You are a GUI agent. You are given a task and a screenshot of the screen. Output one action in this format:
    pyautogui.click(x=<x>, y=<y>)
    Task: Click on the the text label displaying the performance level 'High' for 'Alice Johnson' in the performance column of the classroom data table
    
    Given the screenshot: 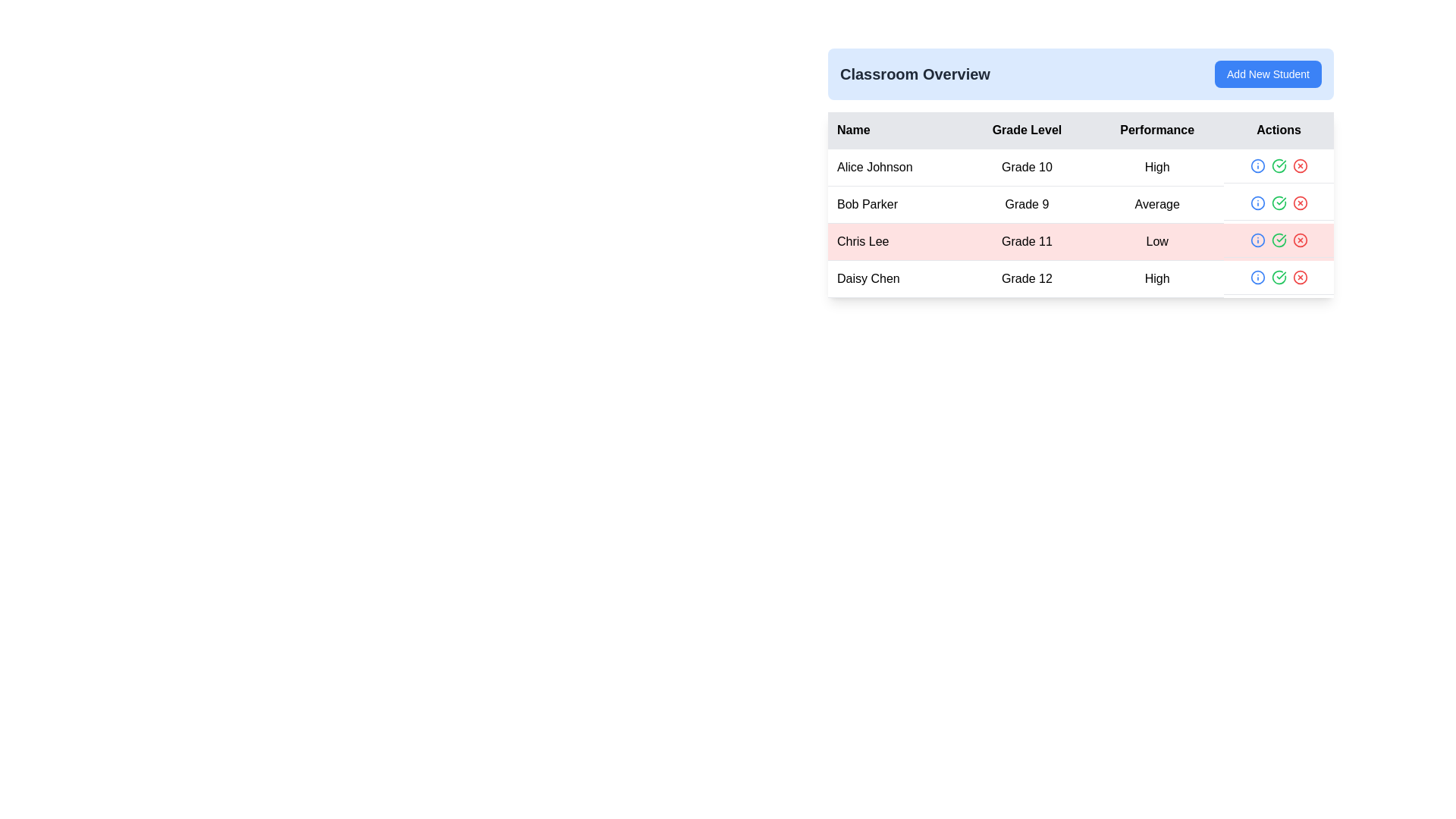 What is the action you would take?
    pyautogui.click(x=1156, y=167)
    